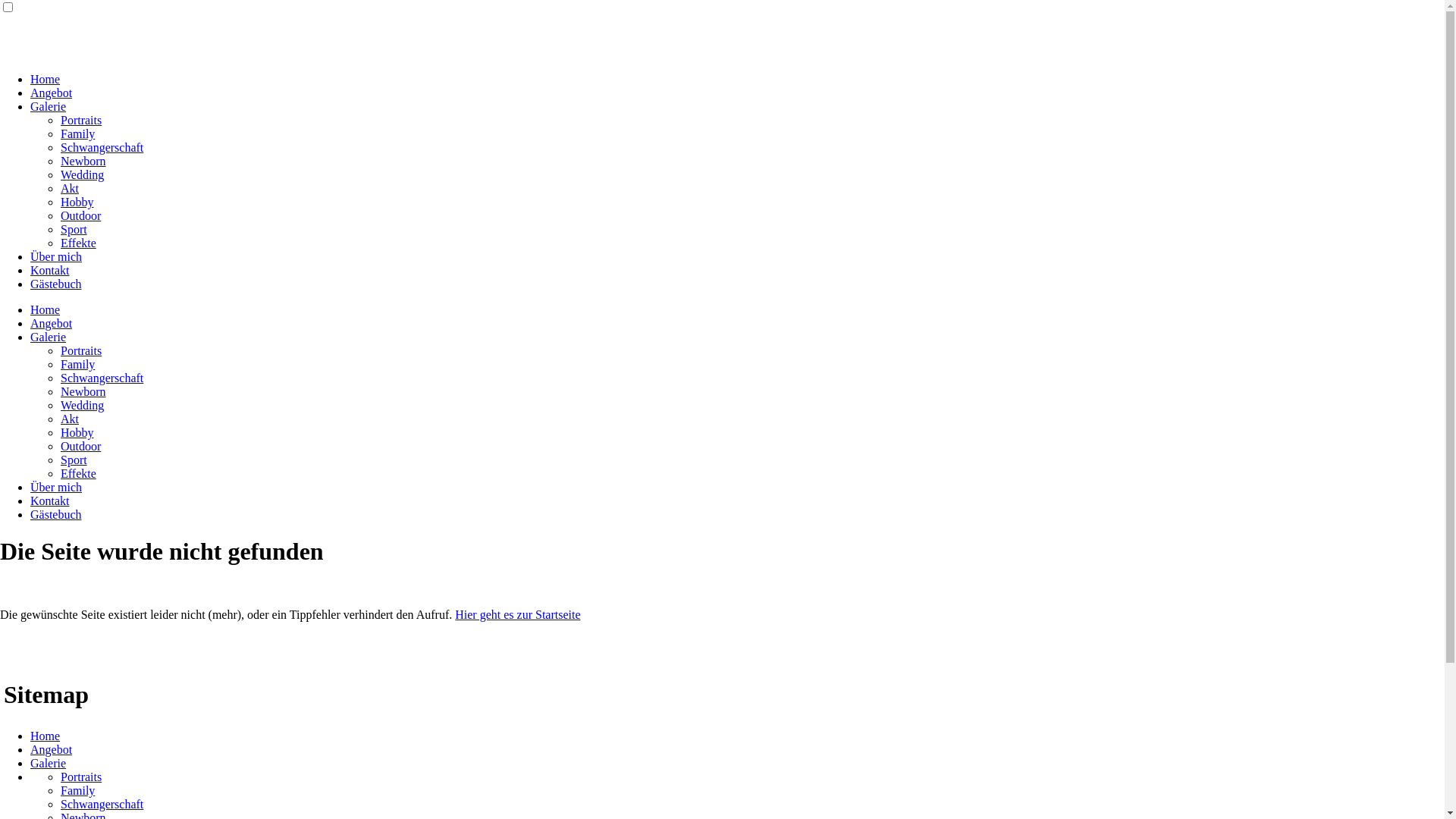 The height and width of the screenshot is (819, 1456). What do you see at coordinates (73, 229) in the screenshot?
I see `'Sport'` at bounding box center [73, 229].